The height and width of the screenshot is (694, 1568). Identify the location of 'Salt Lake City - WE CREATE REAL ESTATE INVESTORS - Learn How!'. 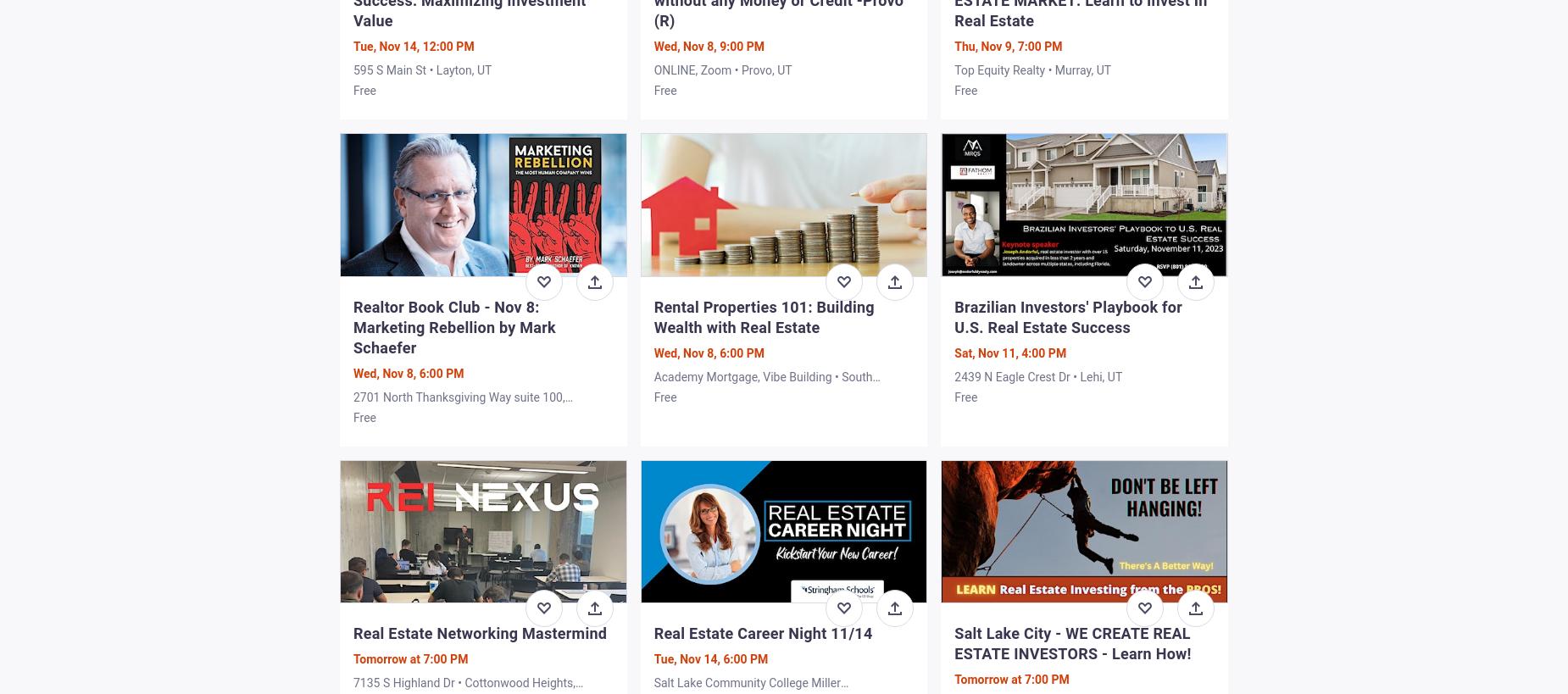
(1071, 641).